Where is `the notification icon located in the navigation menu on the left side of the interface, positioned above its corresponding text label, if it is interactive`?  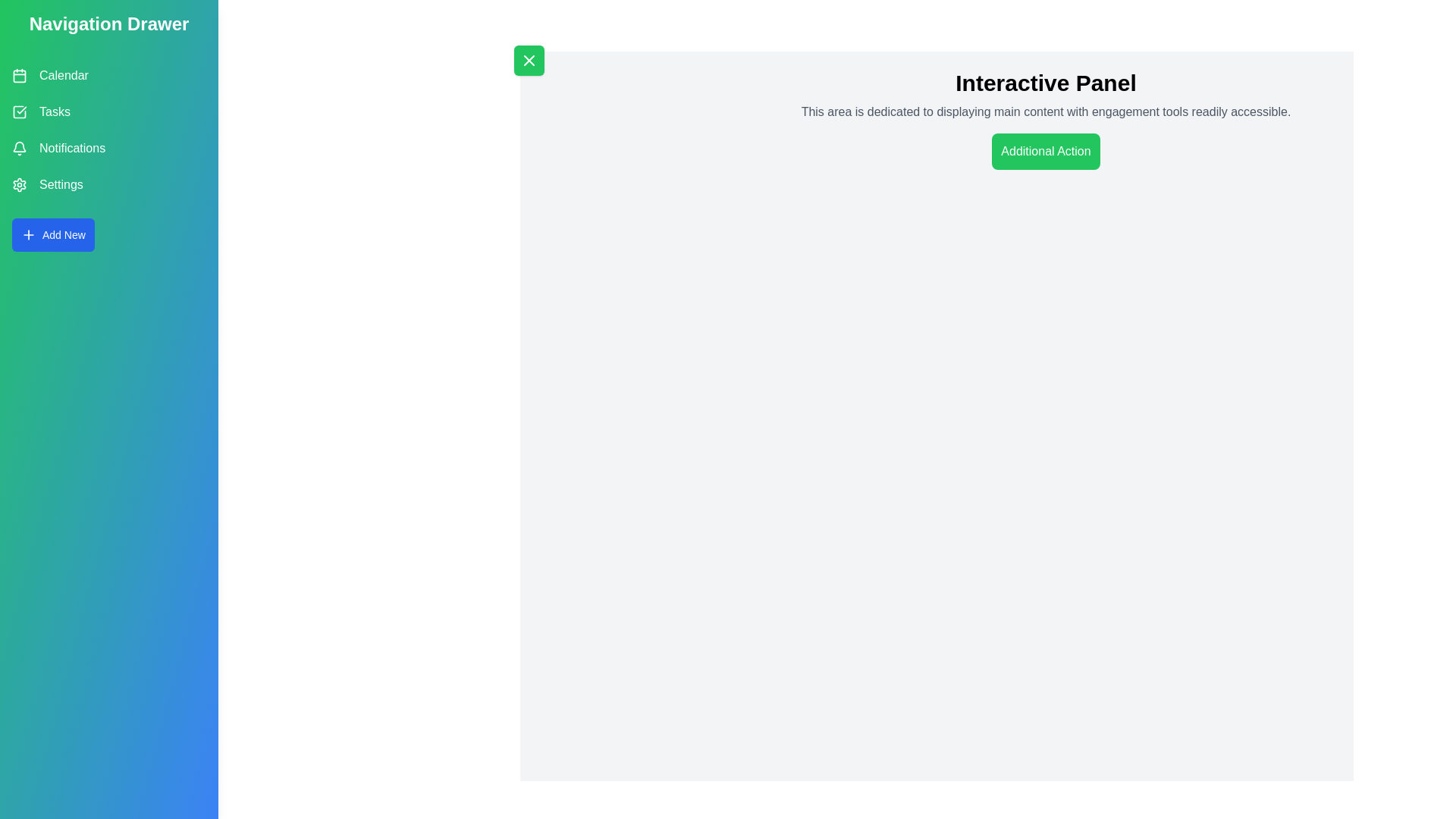
the notification icon located in the navigation menu on the left side of the interface, positioned above its corresponding text label, if it is interactive is located at coordinates (19, 149).